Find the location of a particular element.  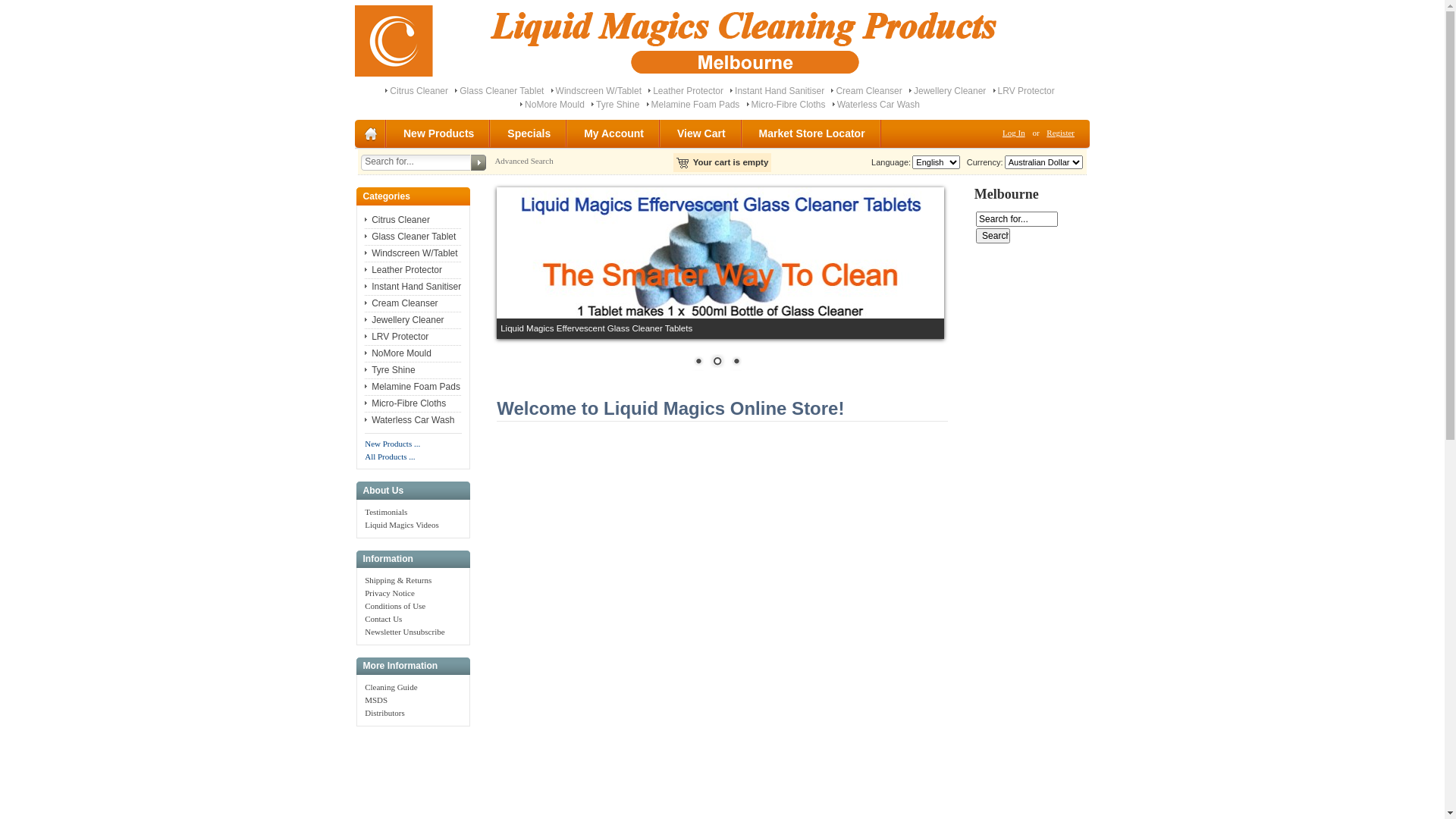

'Market Store Locator' is located at coordinates (811, 133).